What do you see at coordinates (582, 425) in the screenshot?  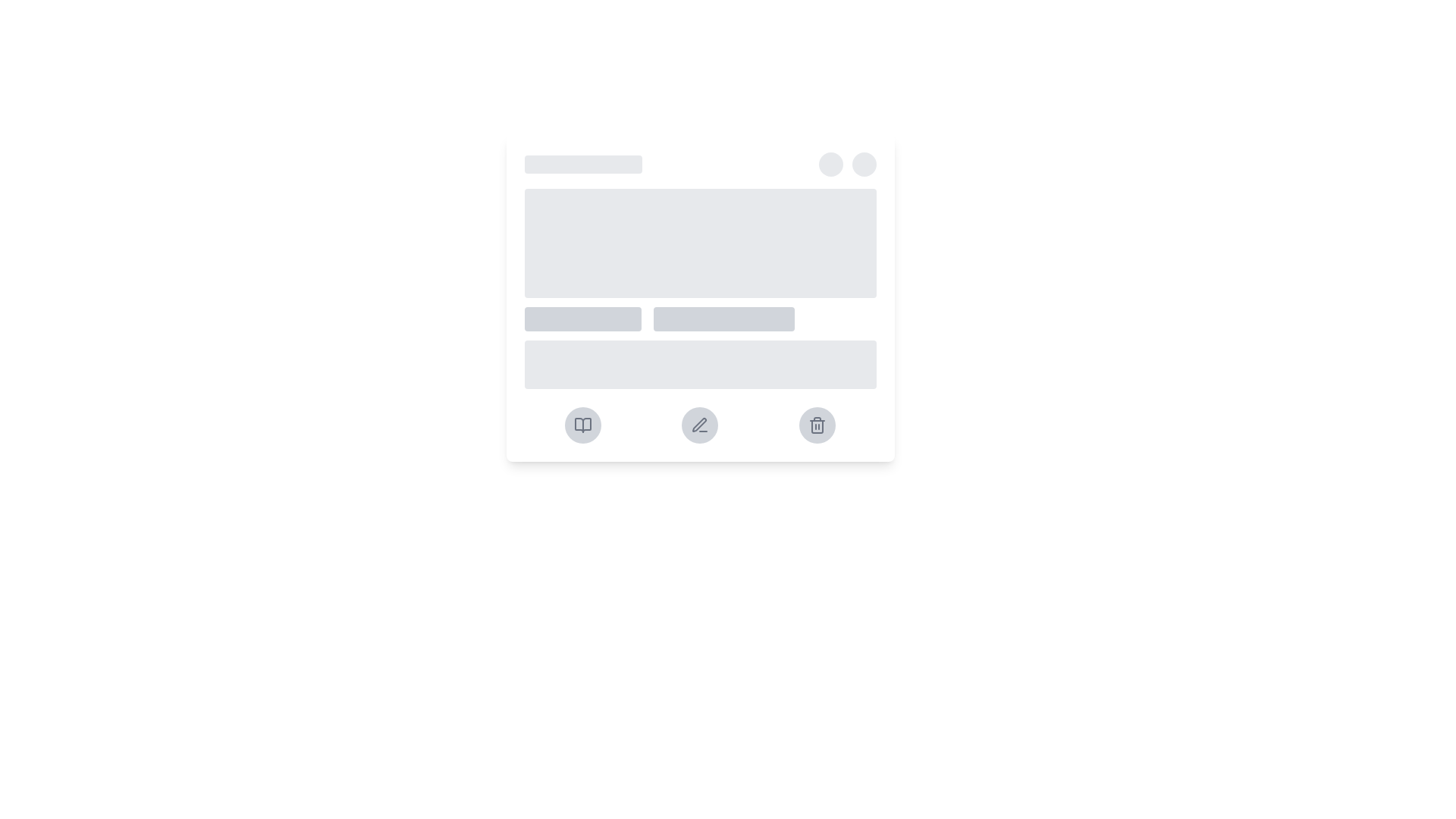 I see `the leftmost circular button representing a book icon located at the bottom center of the panel` at bounding box center [582, 425].